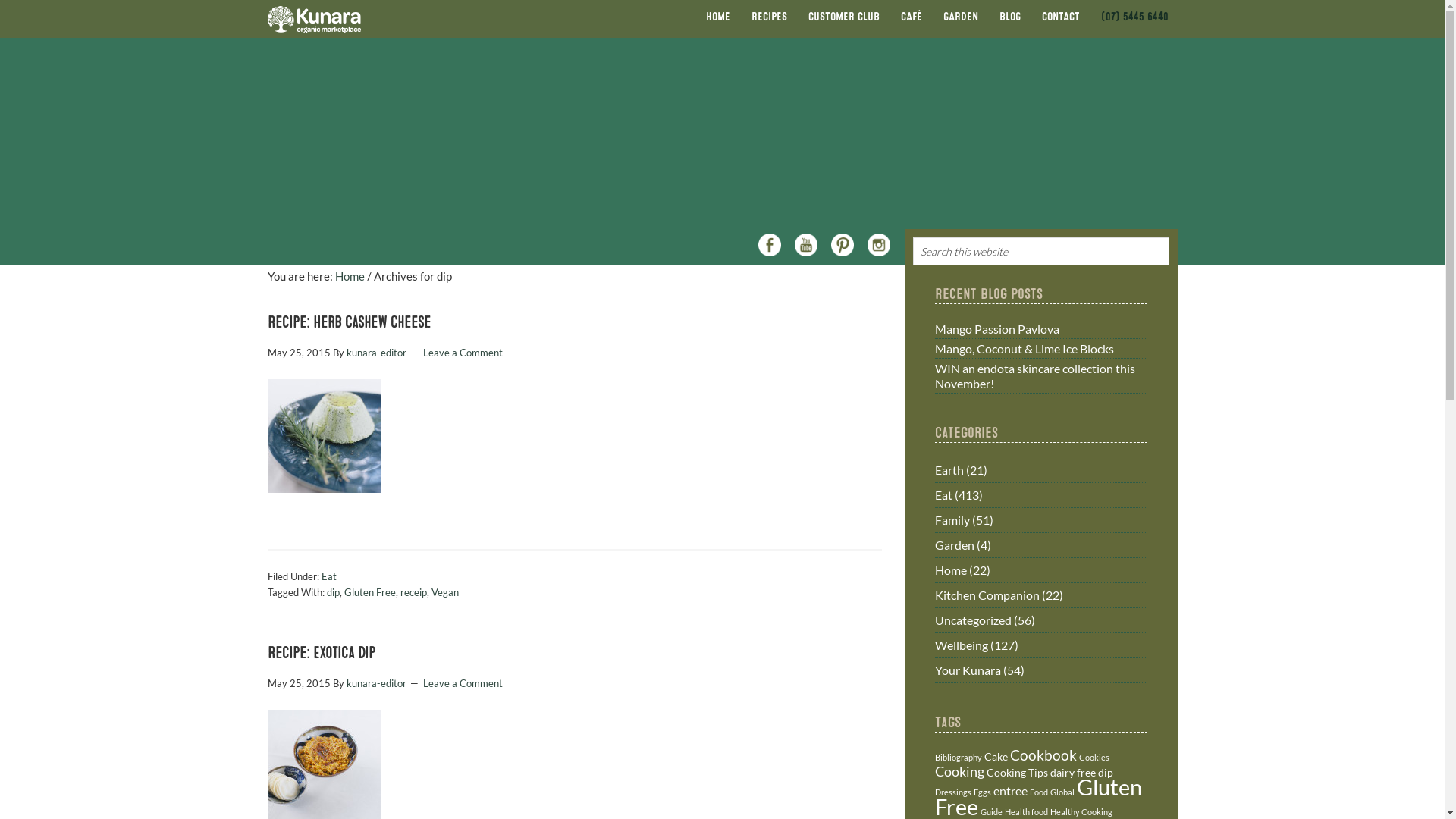  What do you see at coordinates (331, 591) in the screenshot?
I see `'dip'` at bounding box center [331, 591].